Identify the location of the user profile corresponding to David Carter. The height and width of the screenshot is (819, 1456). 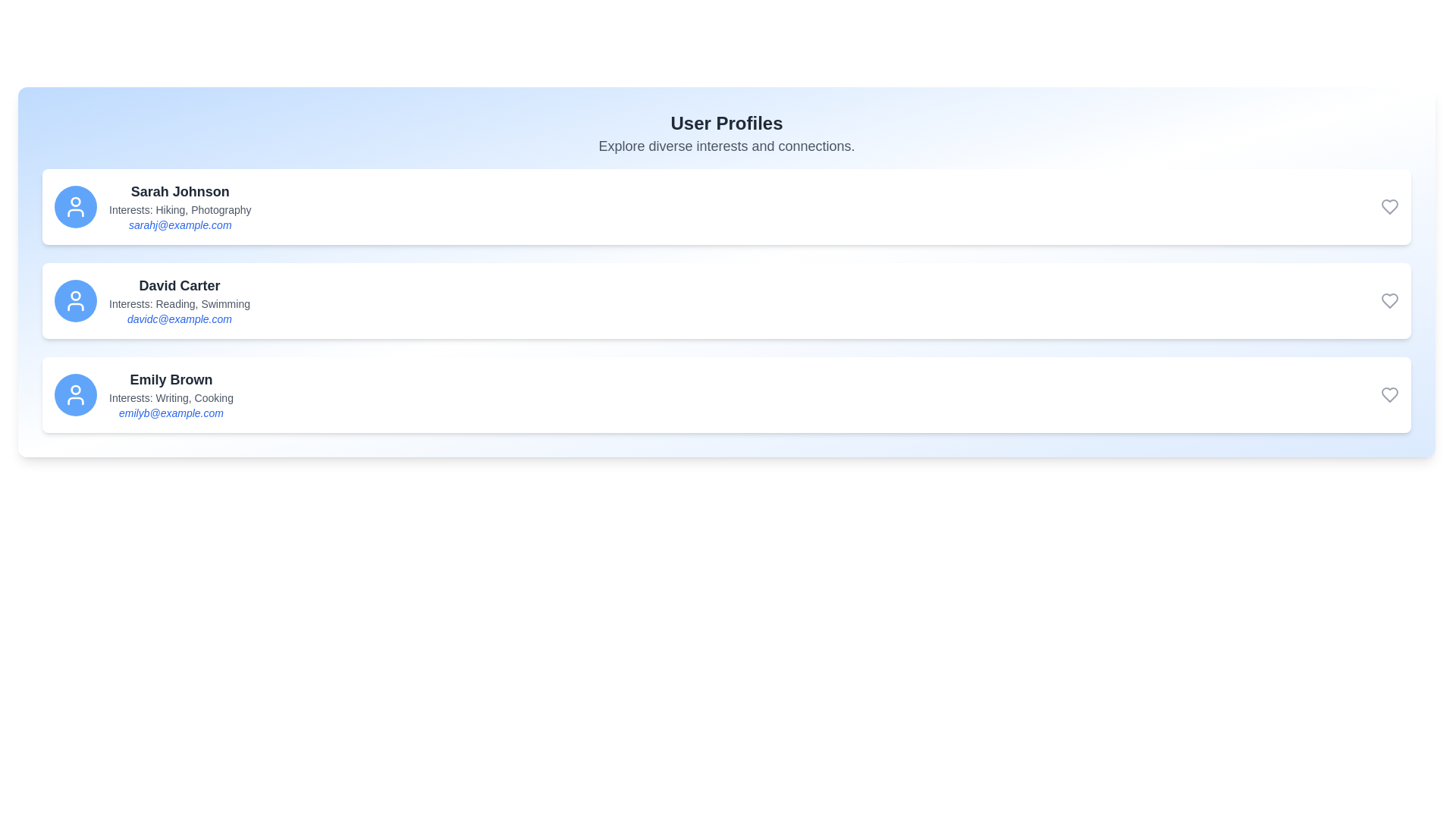
(726, 301).